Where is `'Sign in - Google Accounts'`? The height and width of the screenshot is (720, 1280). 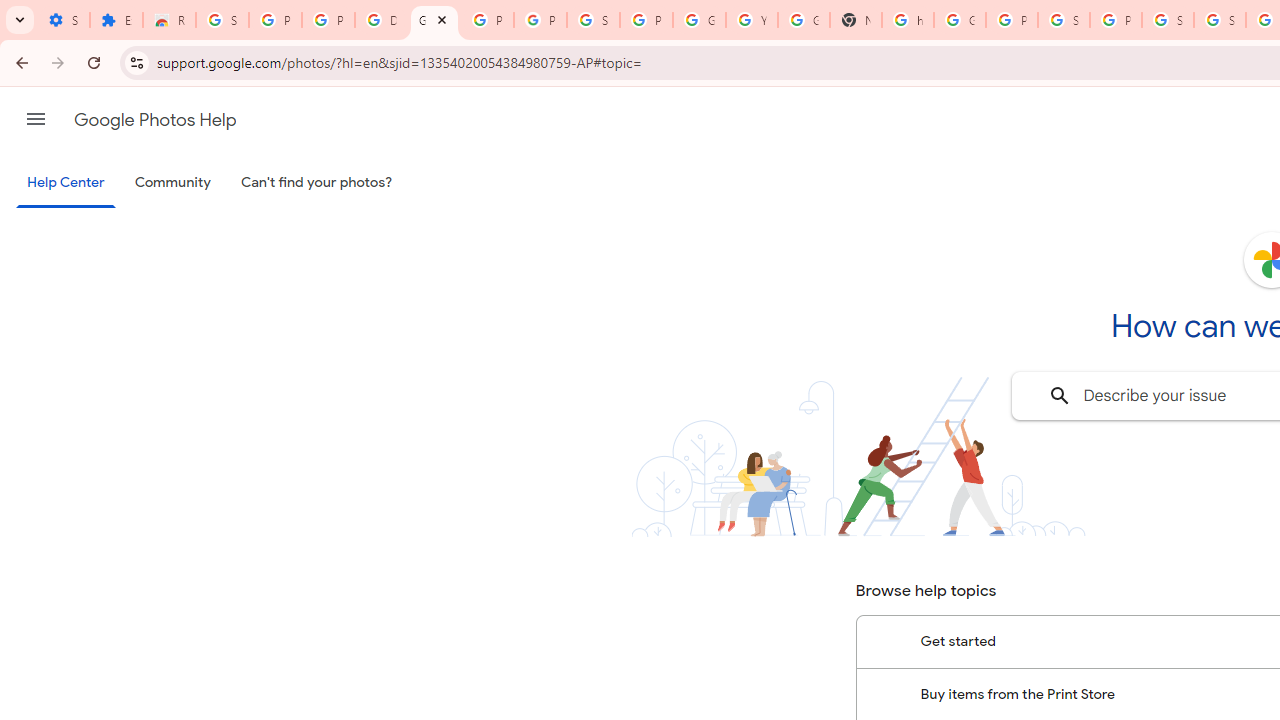
'Sign in - Google Accounts' is located at coordinates (1168, 20).